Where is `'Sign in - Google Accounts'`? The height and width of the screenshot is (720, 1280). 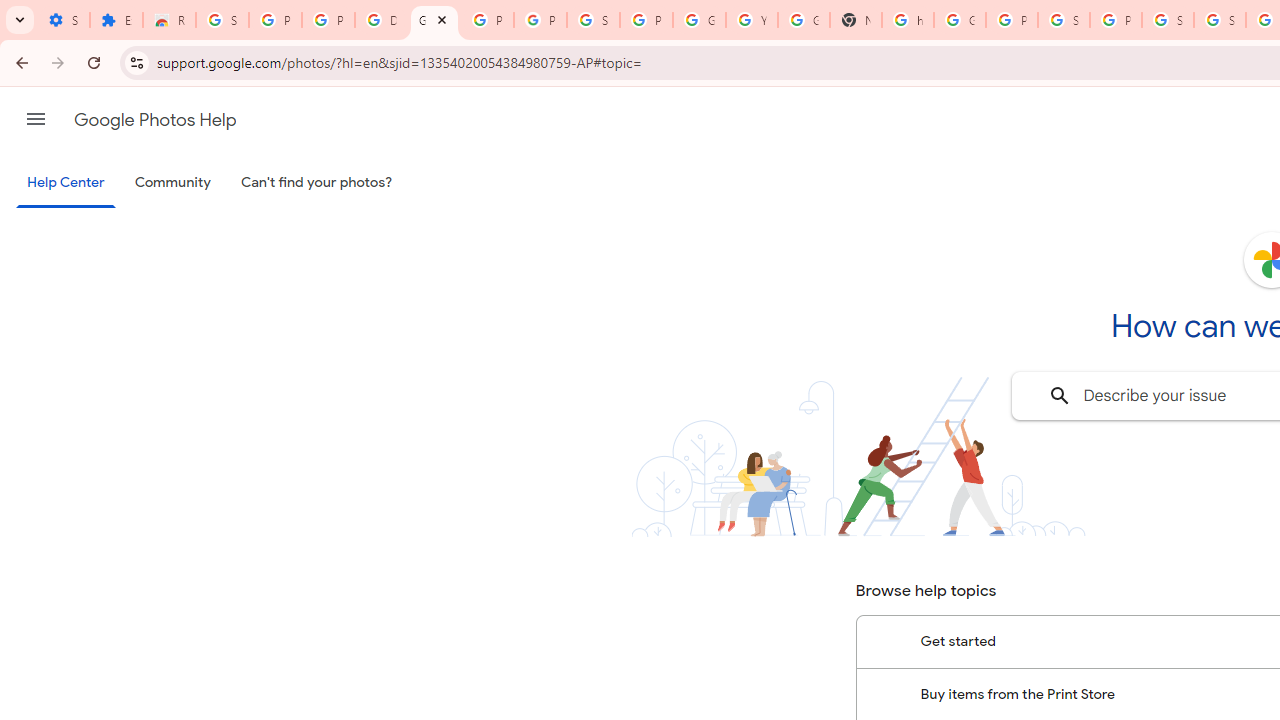
'Sign in - Google Accounts' is located at coordinates (1168, 20).